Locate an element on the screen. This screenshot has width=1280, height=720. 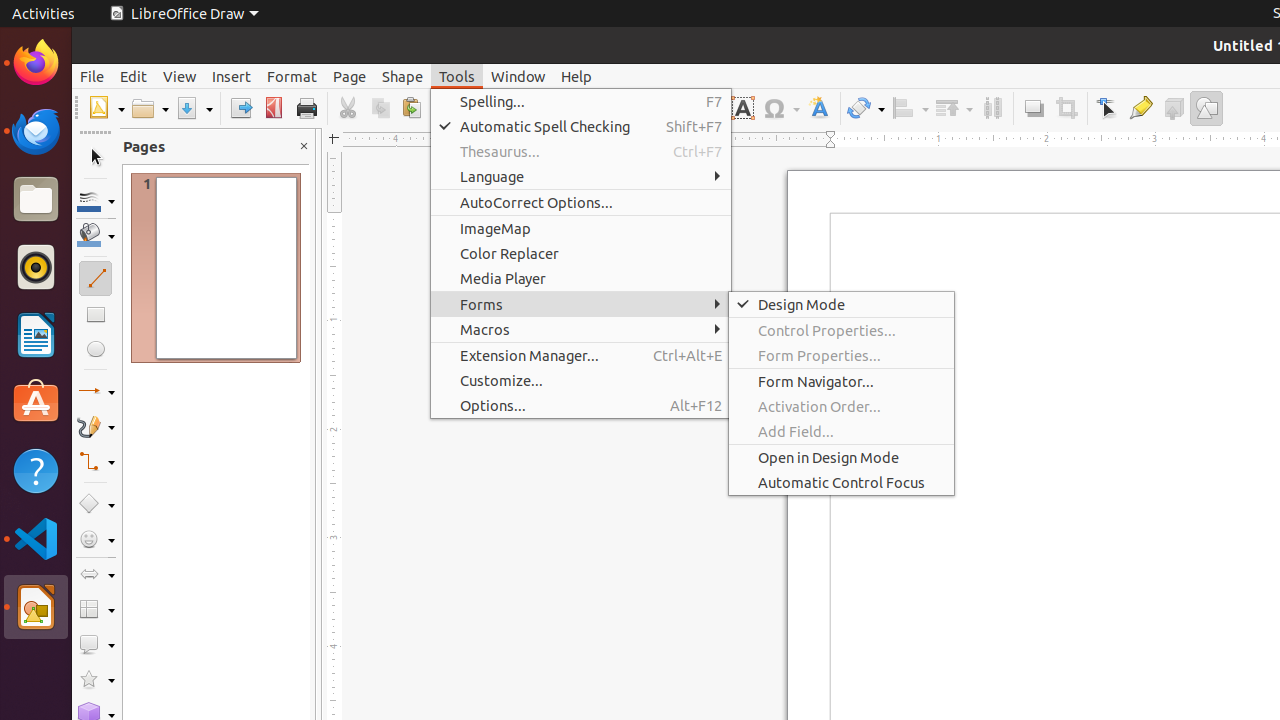
'Media Player' is located at coordinates (579, 278).